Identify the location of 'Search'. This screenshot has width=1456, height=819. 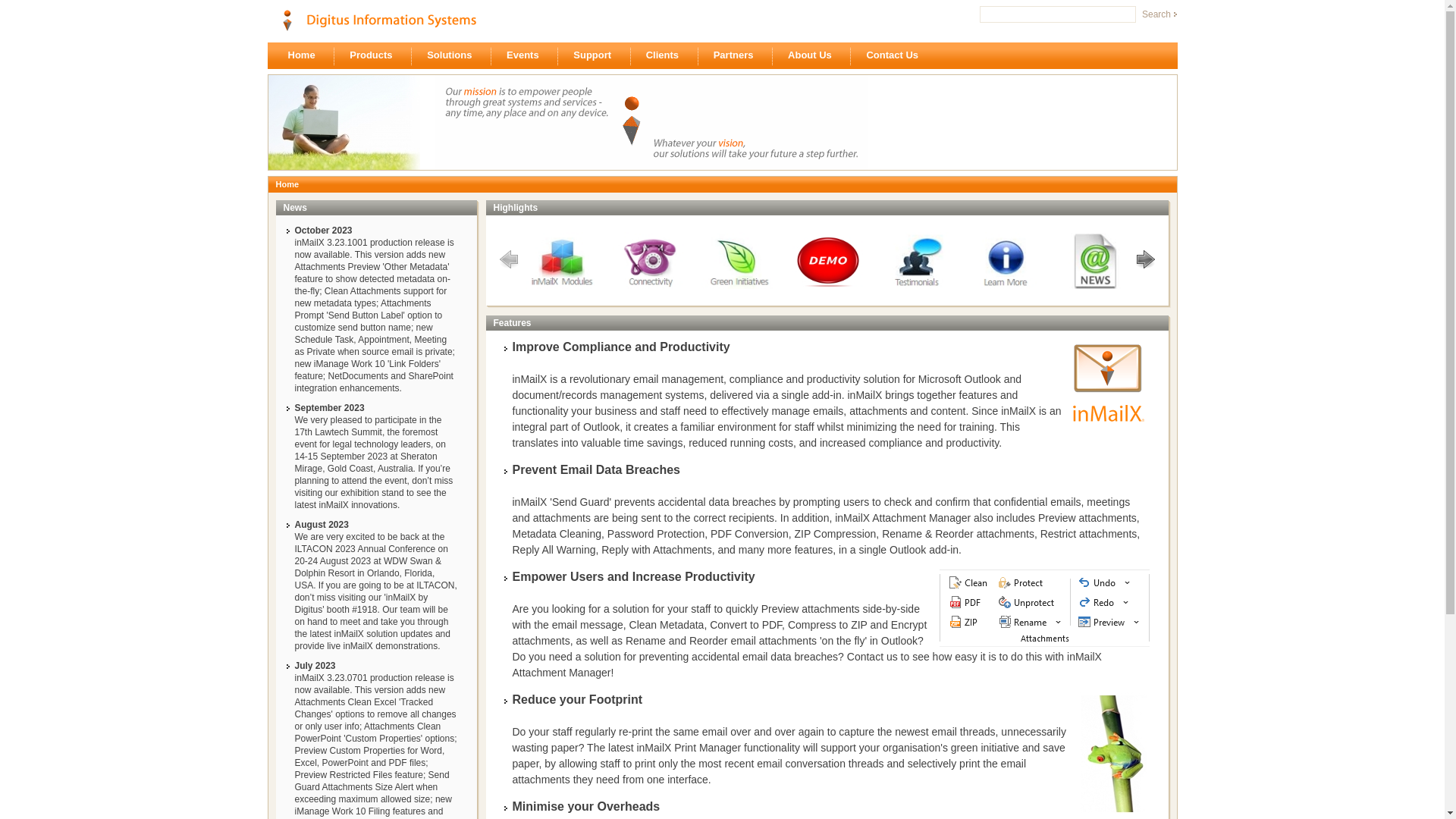
(1156, 14).